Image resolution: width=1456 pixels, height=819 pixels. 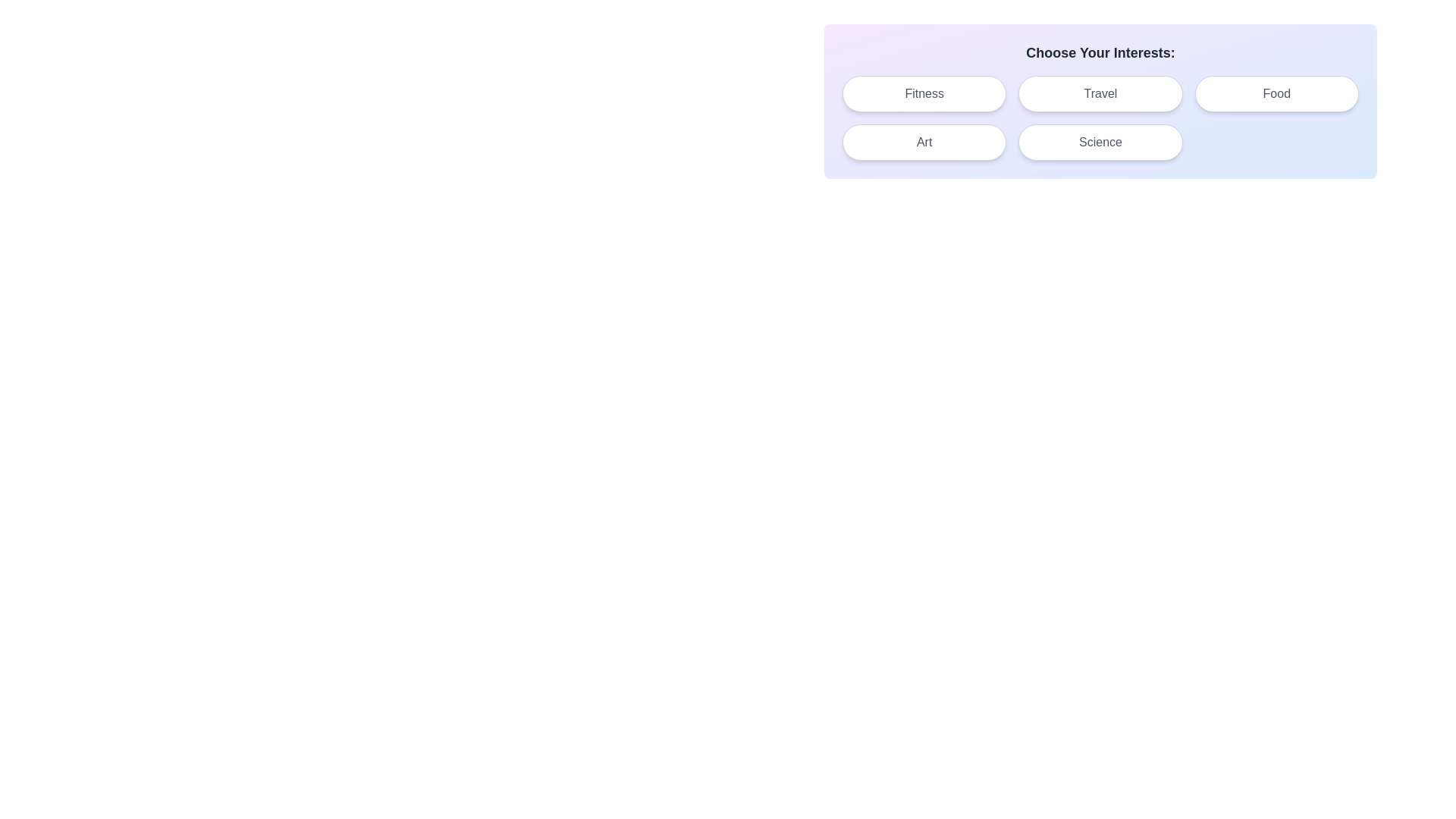 What do you see at coordinates (924, 93) in the screenshot?
I see `the chip labeled Fitness to observe the hover effect` at bounding box center [924, 93].